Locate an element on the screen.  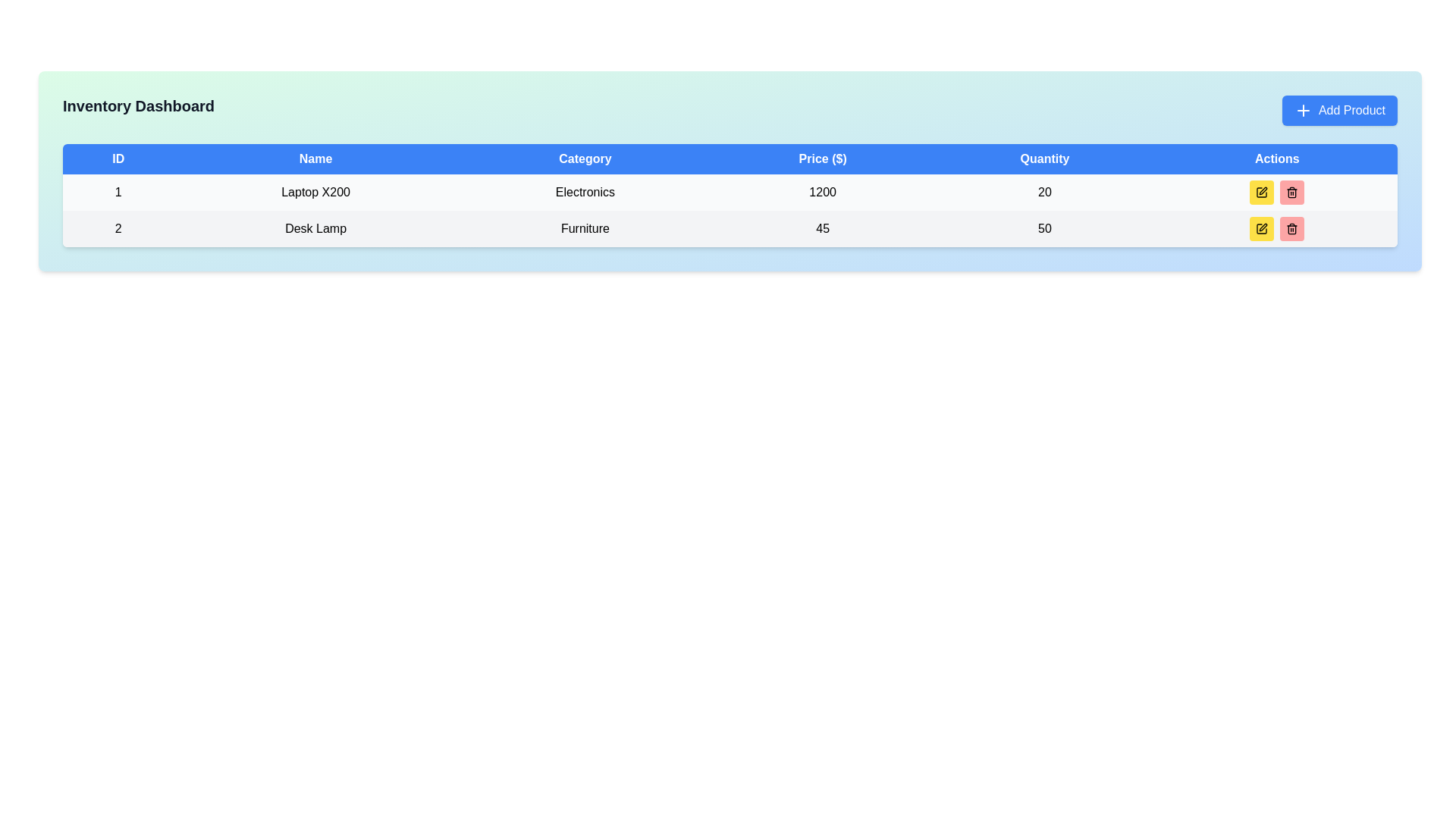
the 'Name' column header in the table, which is the second column header located between the 'ID' and 'Category' headers is located at coordinates (315, 158).